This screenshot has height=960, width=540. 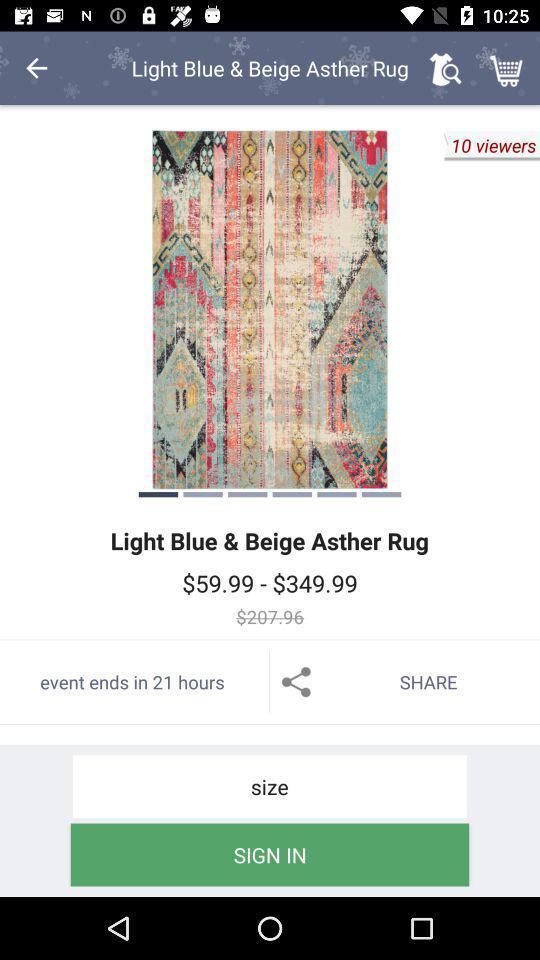 I want to click on the item at the top left corner, so click(x=36, y=68).